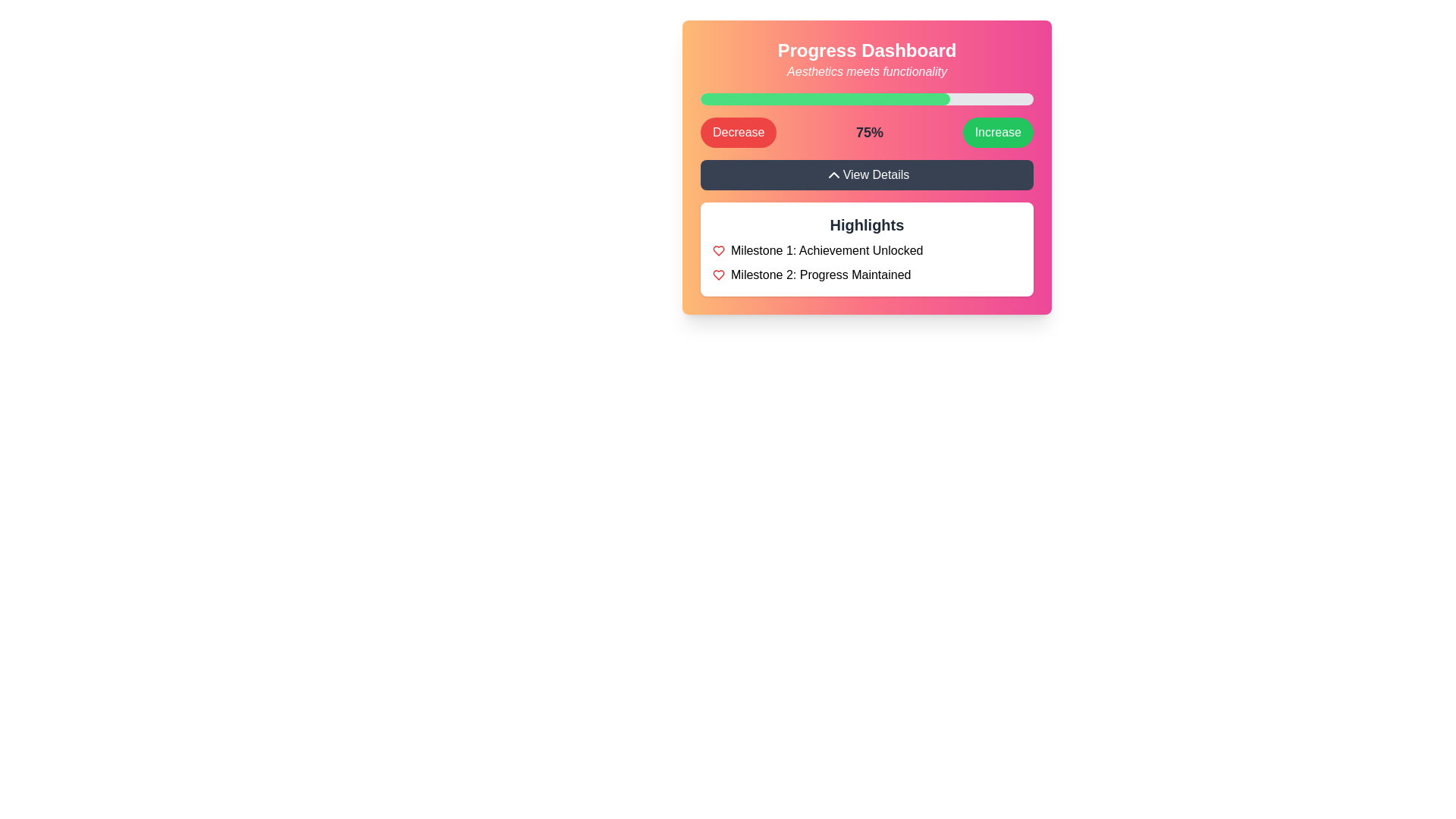  What do you see at coordinates (833, 174) in the screenshot?
I see `the upward chevron icon located at the top center of the 'View Details' button` at bounding box center [833, 174].